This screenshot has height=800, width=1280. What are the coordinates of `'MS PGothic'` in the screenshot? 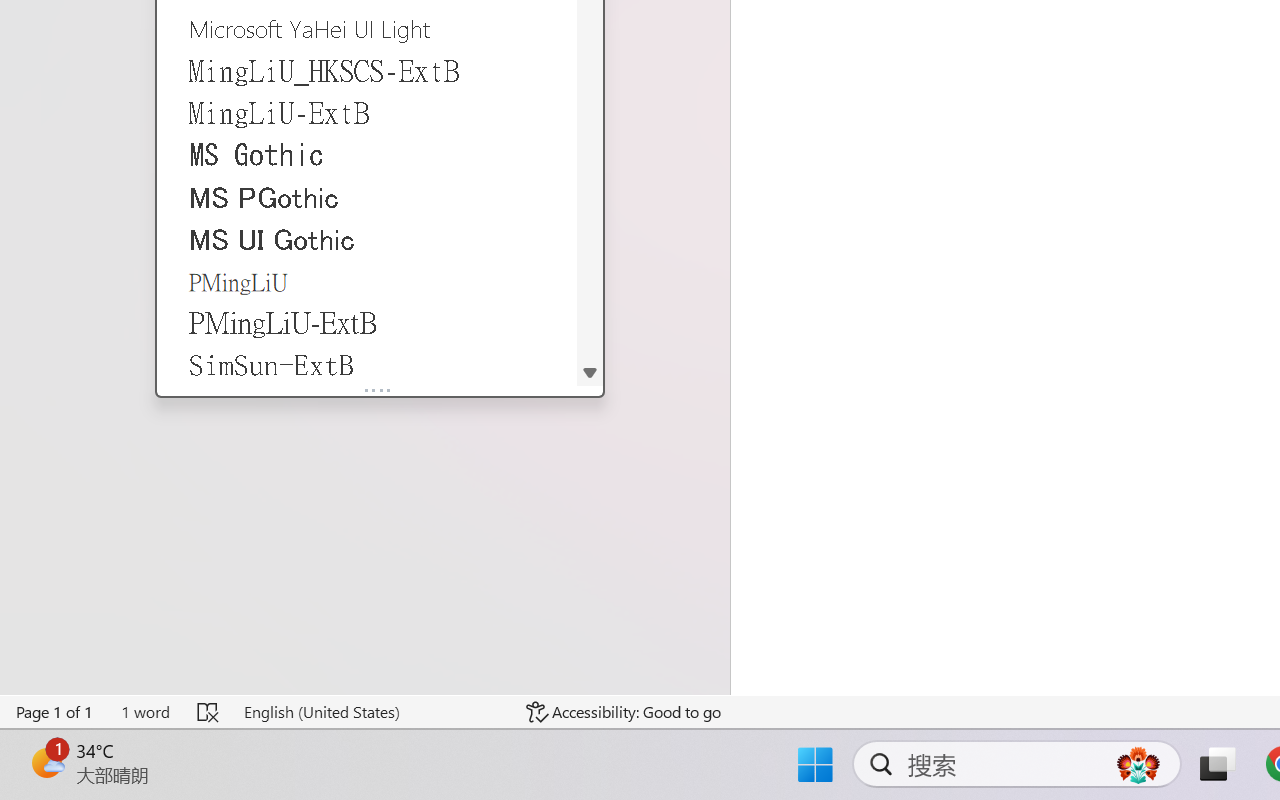 It's located at (367, 195).